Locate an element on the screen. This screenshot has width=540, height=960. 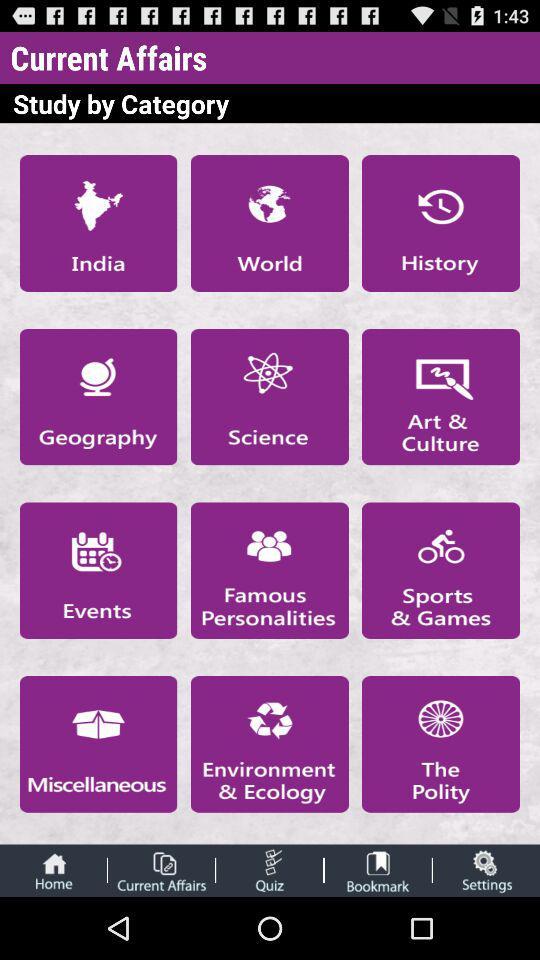
choose science category is located at coordinates (269, 396).